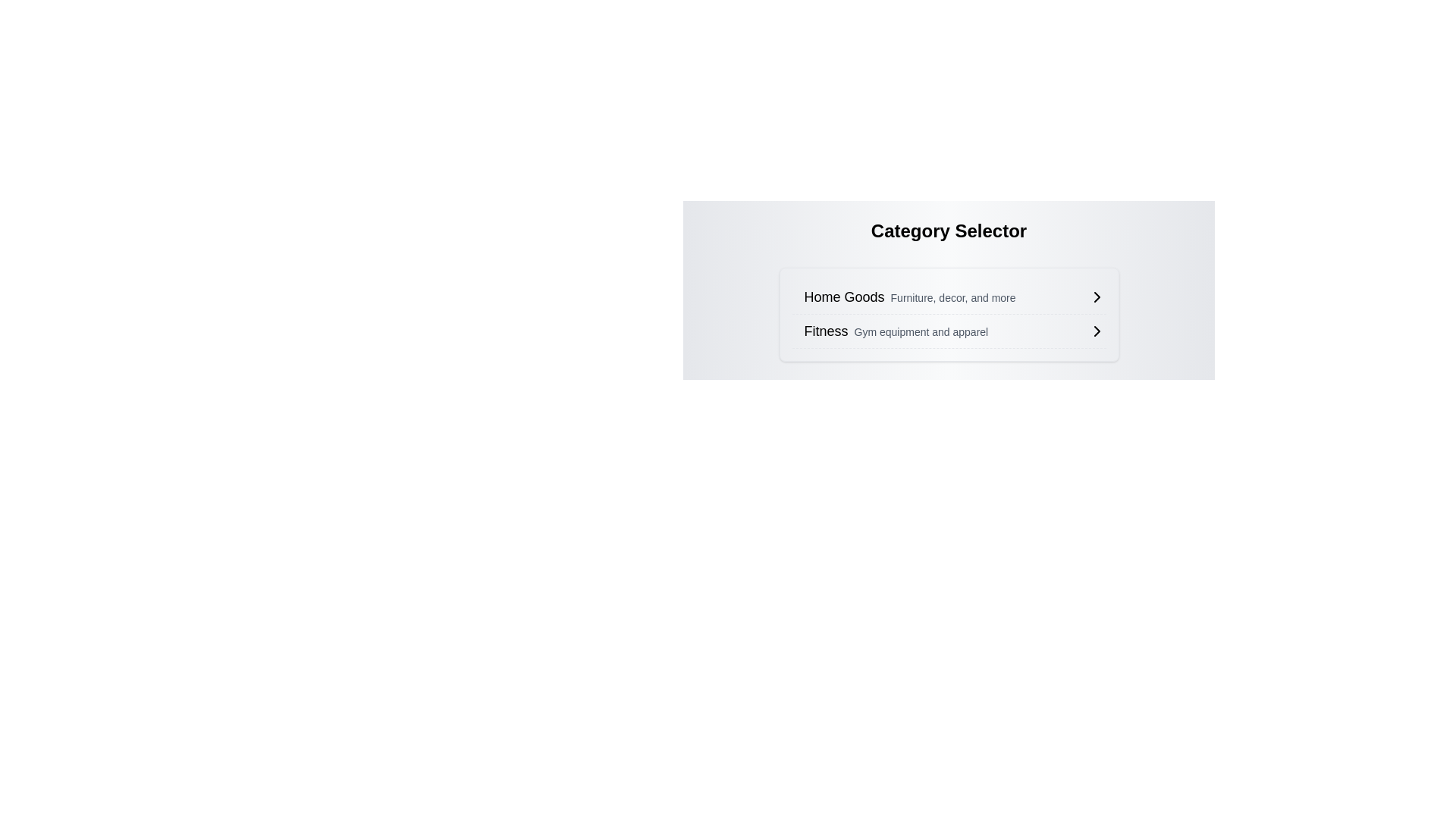  What do you see at coordinates (952, 298) in the screenshot?
I see `the Text Label element displaying 'Furniture, decor, and more', which is positioned to the right of the bold 'Home Goods' text` at bounding box center [952, 298].